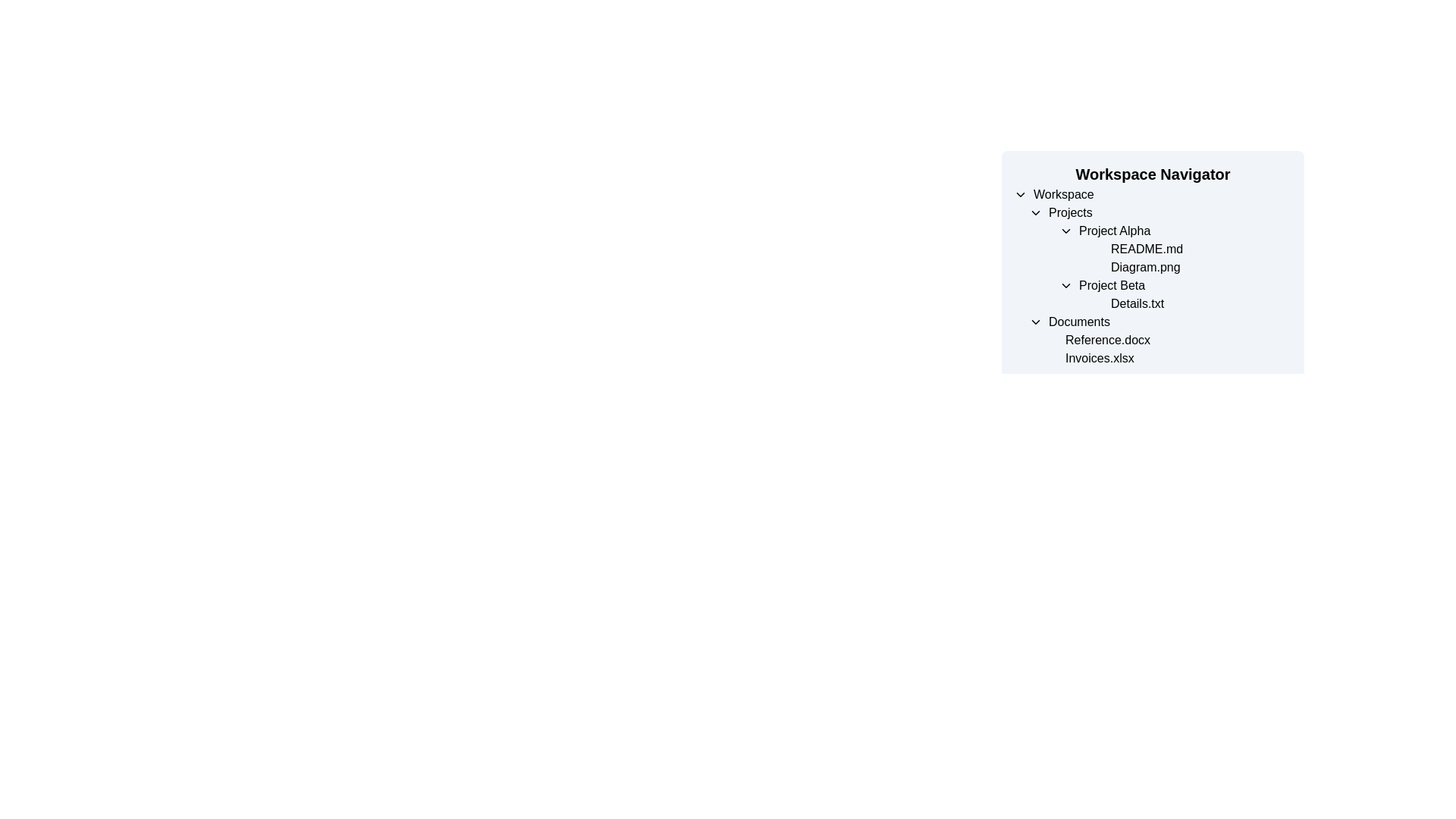 The image size is (1456, 819). Describe the element at coordinates (1108, 339) in the screenshot. I see `the 'Reference.docx' label located in the 'Documents' section of the 'Workspace Navigator' panel` at that location.